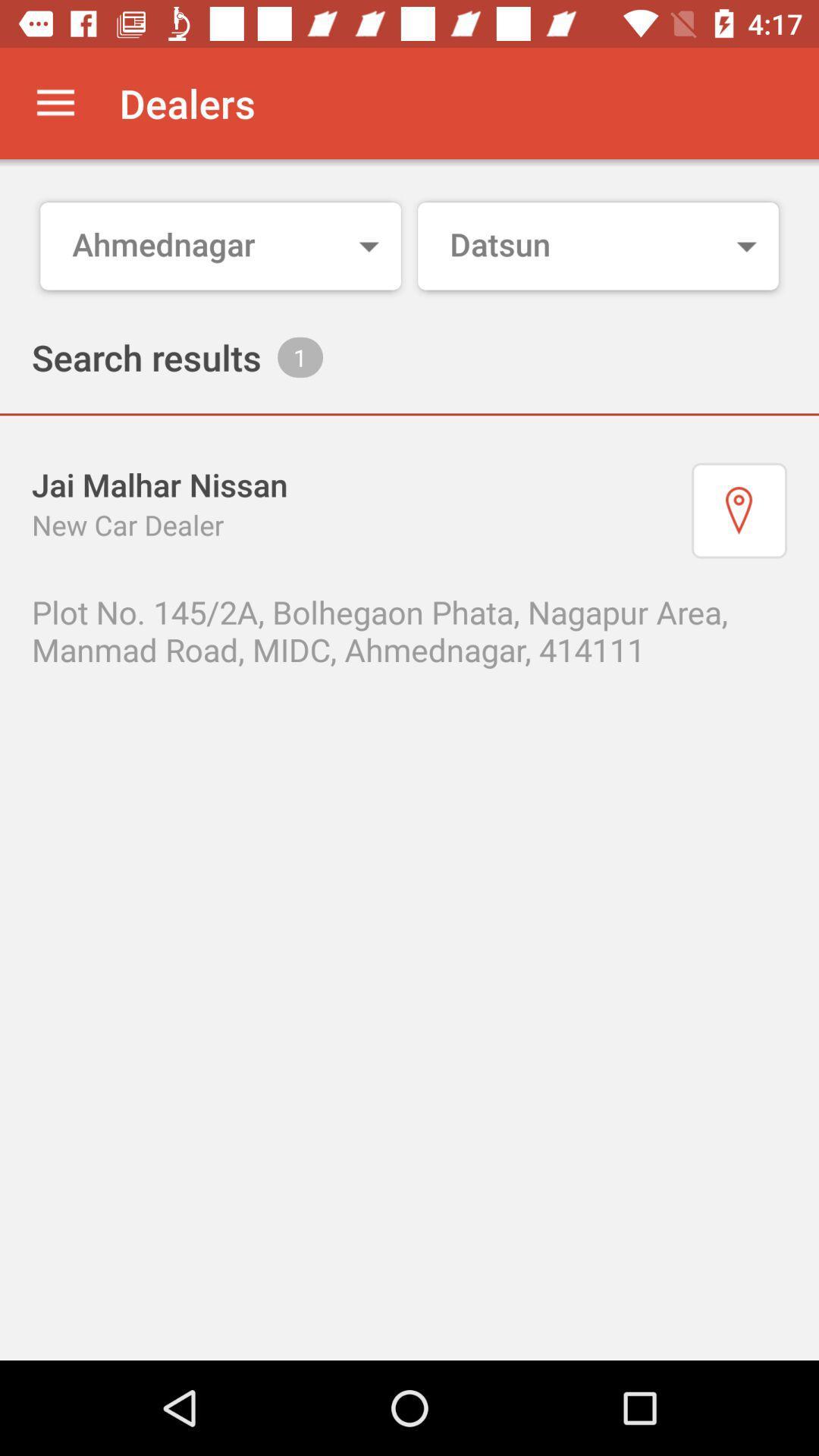  What do you see at coordinates (739, 510) in the screenshot?
I see `the item on the right` at bounding box center [739, 510].